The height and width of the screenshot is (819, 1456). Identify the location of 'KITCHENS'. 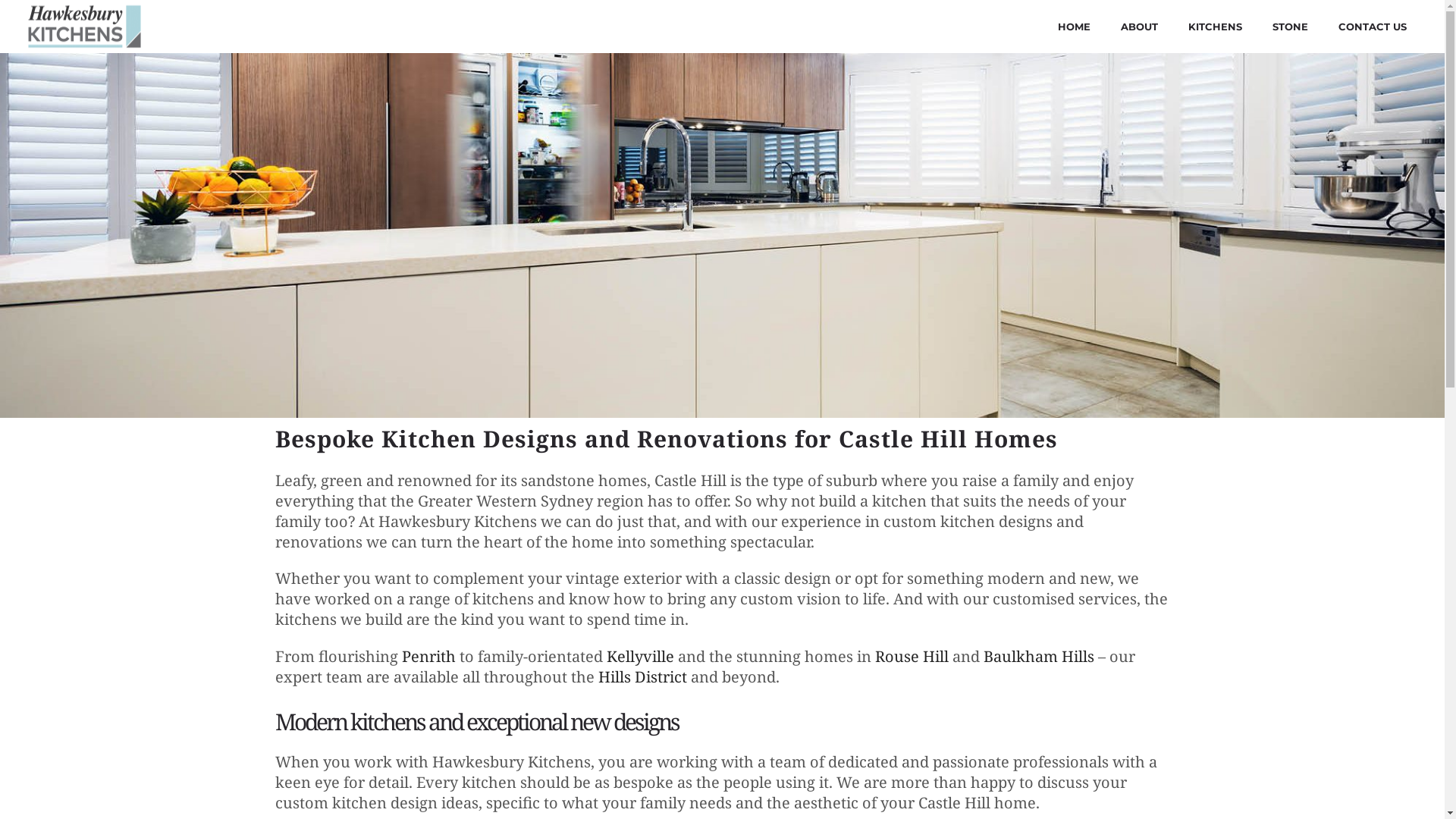
(1172, 26).